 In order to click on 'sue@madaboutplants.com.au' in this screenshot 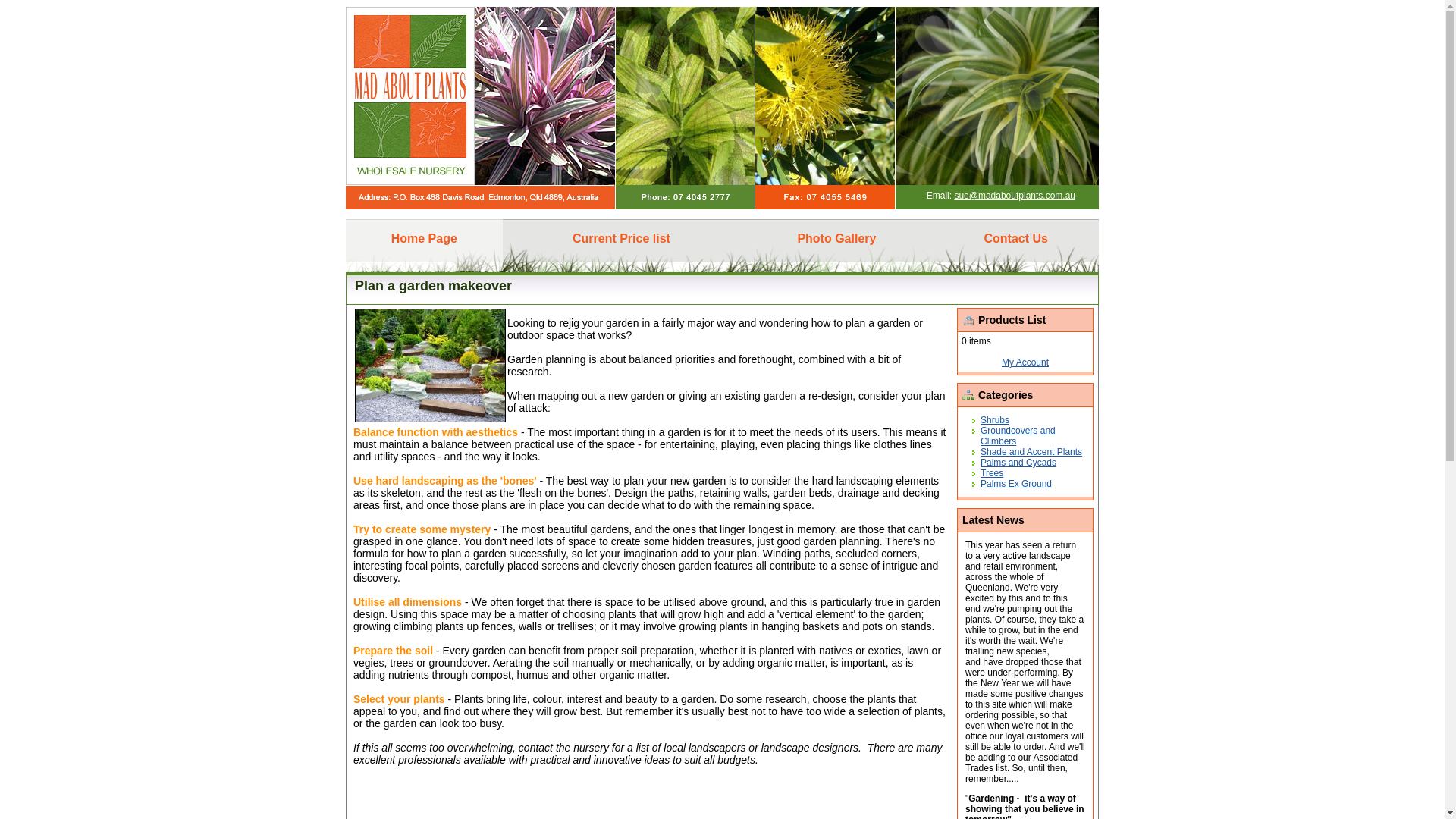, I will do `click(1015, 195)`.